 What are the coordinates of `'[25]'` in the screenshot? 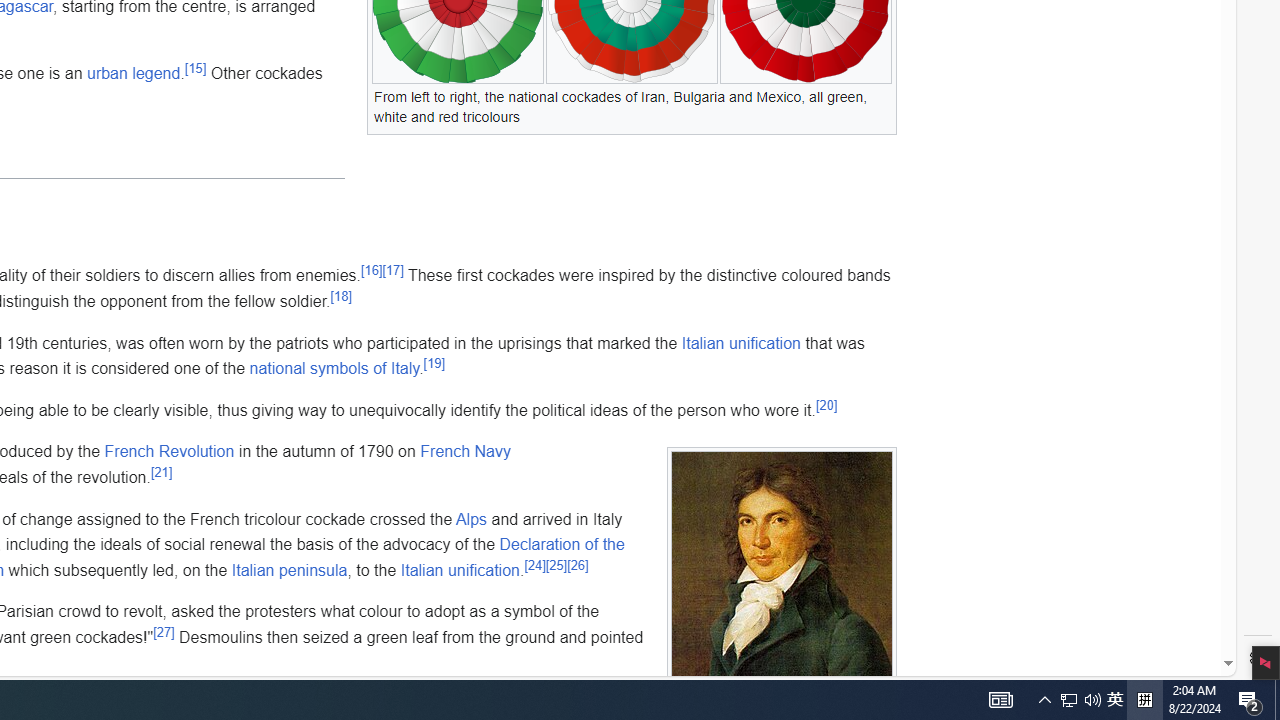 It's located at (556, 565).